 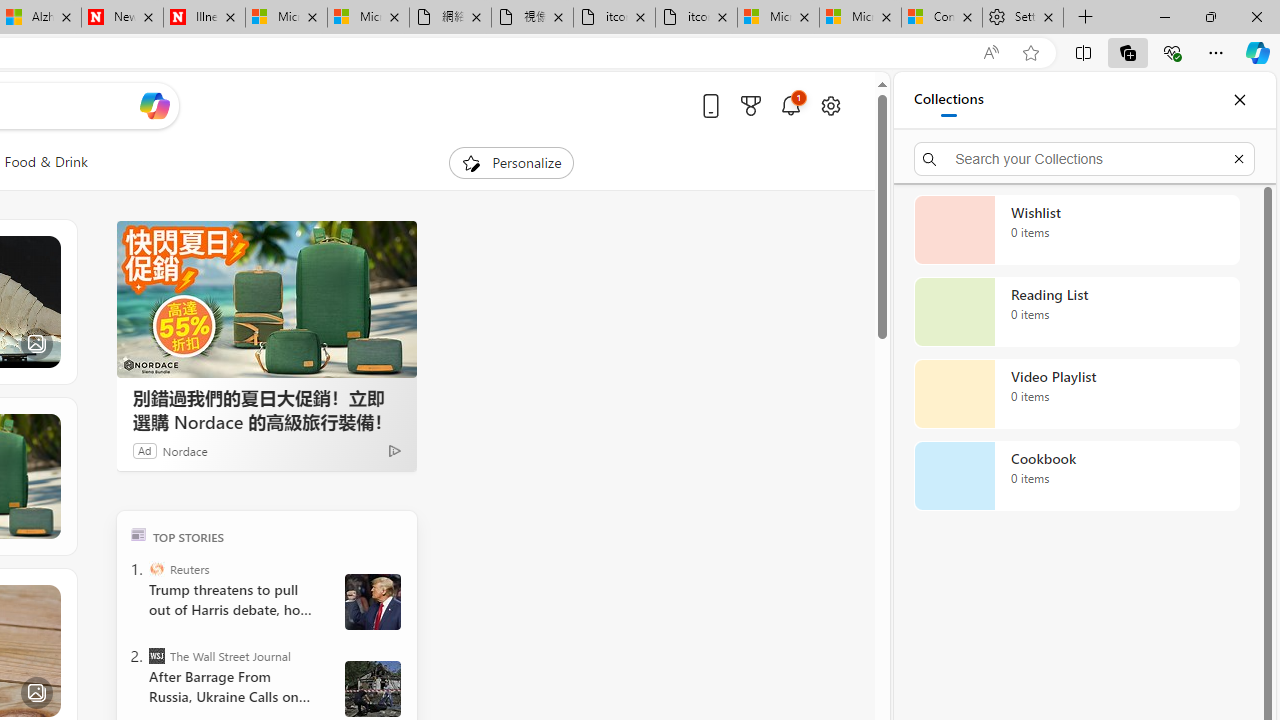 I want to click on 'Reuters', so click(x=155, y=568).